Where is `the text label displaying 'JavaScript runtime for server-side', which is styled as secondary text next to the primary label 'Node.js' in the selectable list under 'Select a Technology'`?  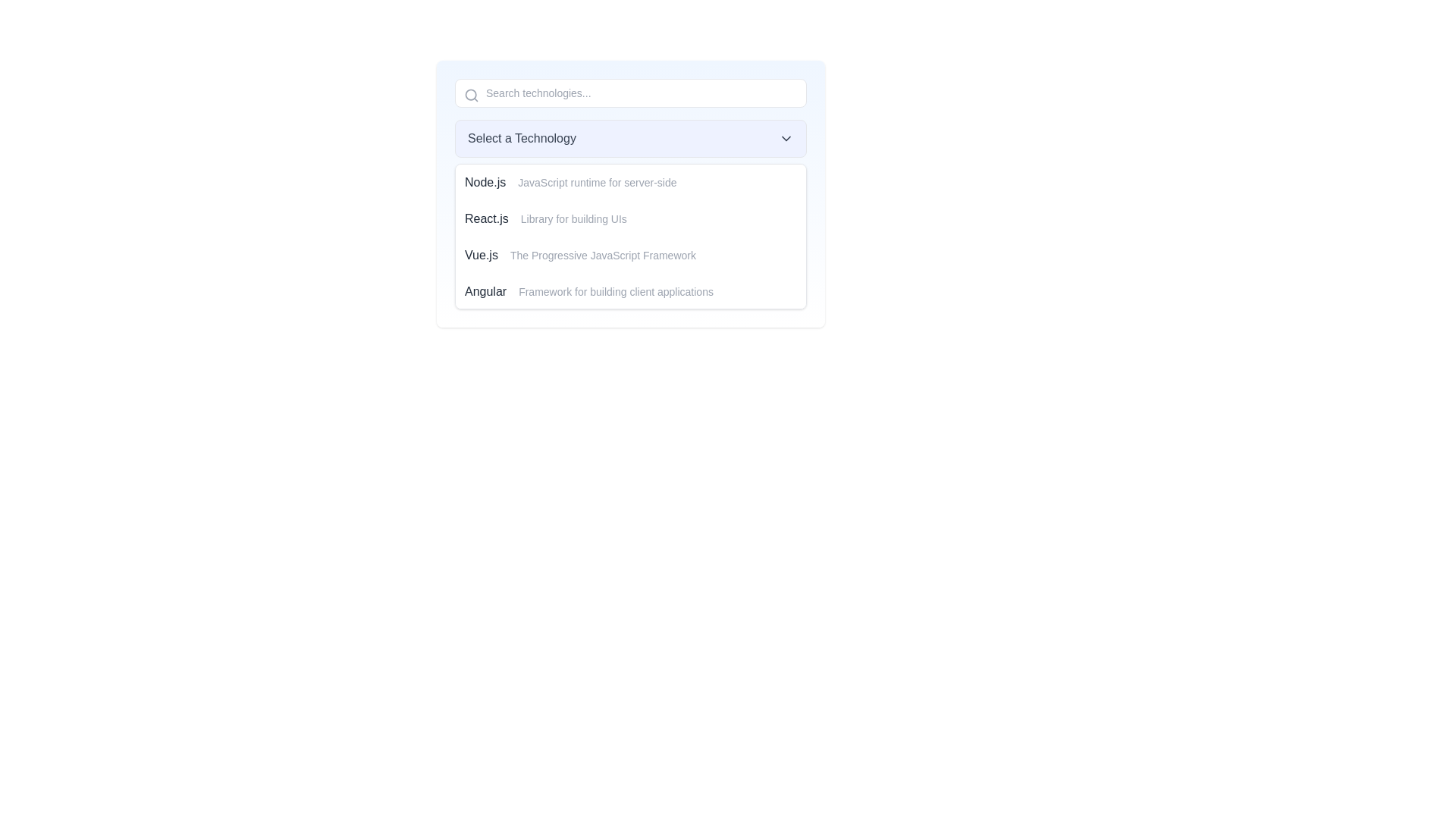
the text label displaying 'JavaScript runtime for server-side', which is styled as secondary text next to the primary label 'Node.js' in the selectable list under 'Select a Technology' is located at coordinates (596, 181).